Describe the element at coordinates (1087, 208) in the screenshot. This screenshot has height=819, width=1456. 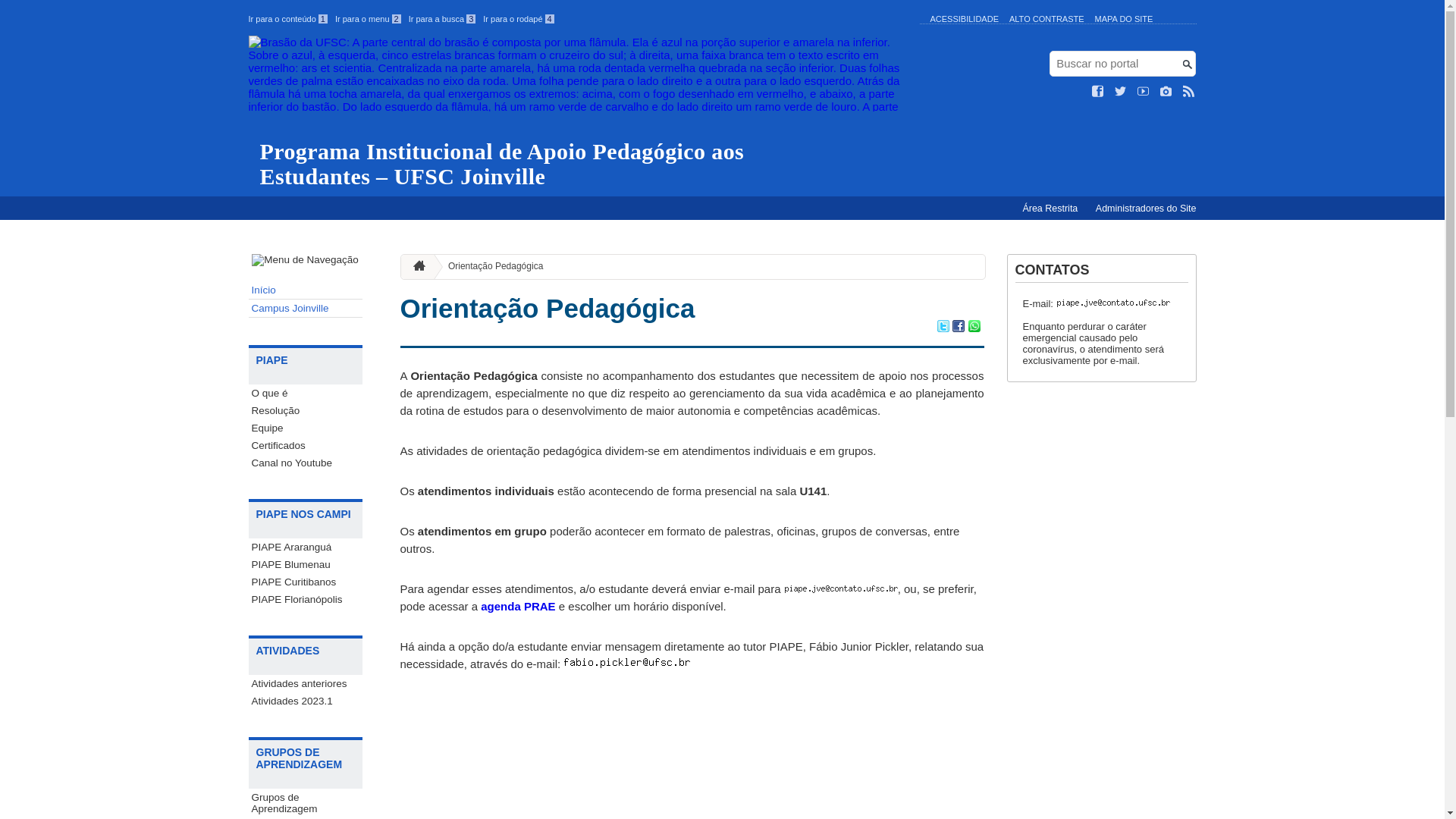
I see `'Administradores do Site'` at that location.